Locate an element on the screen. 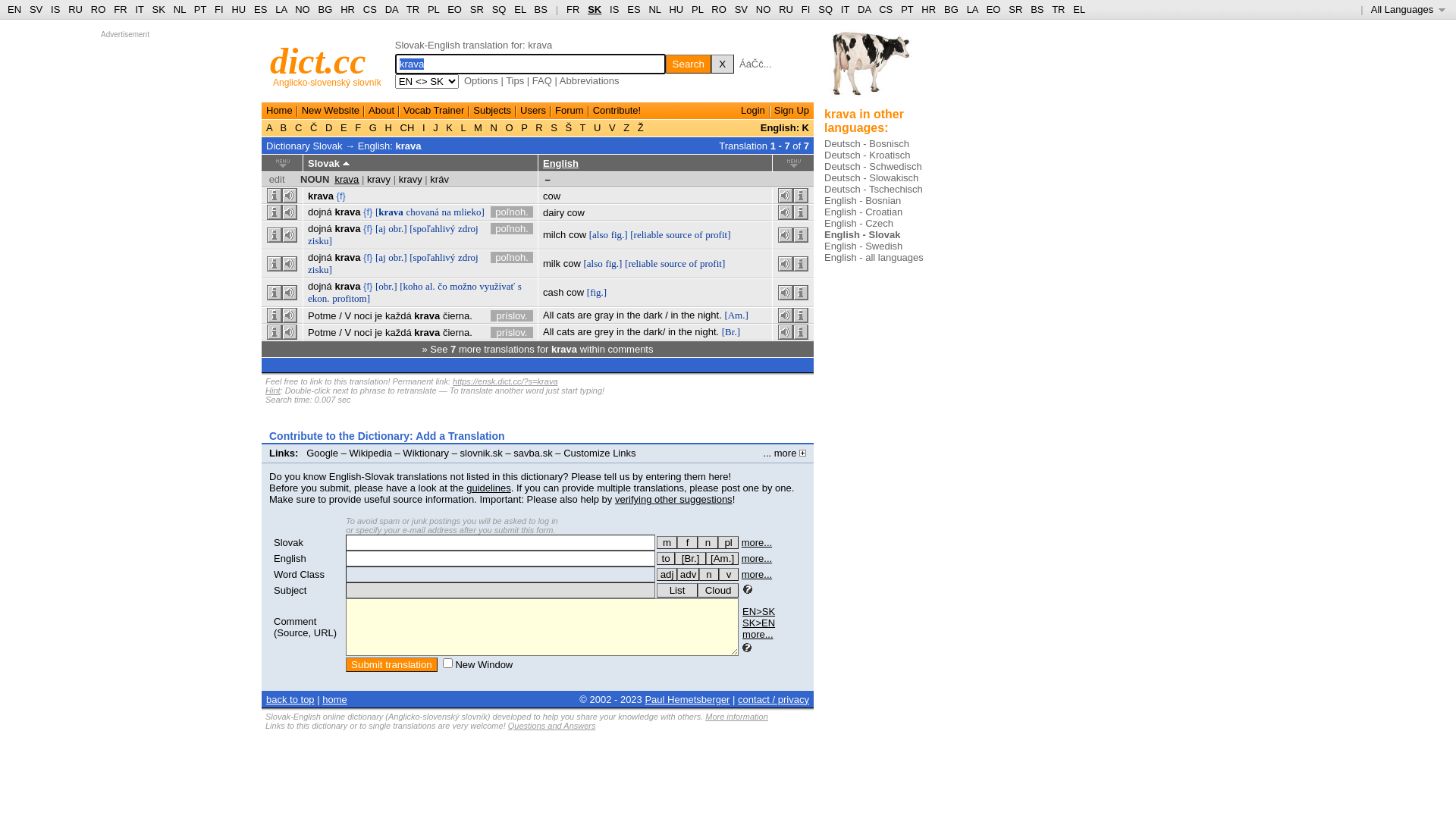 Image resolution: width=1456 pixels, height=819 pixels. 'kravy' is located at coordinates (410, 178).